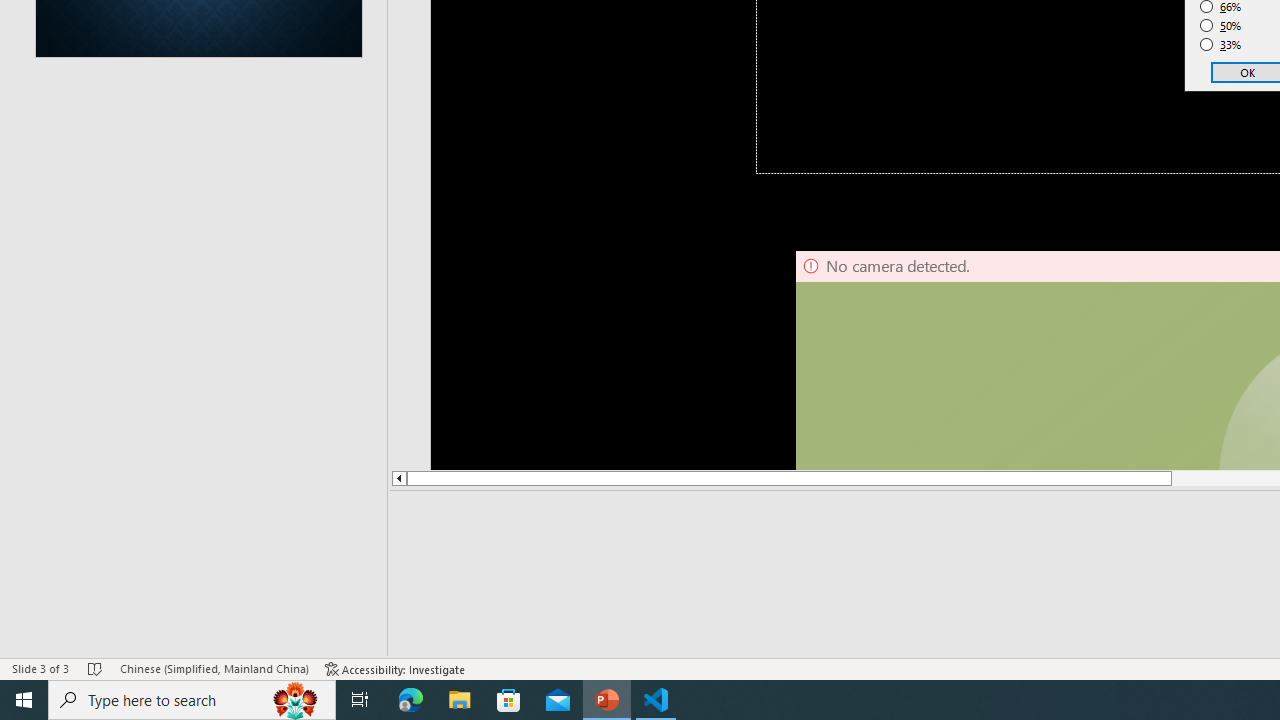 This screenshot has height=720, width=1280. I want to click on 'Visual Studio Code - 1 running window', so click(656, 698).